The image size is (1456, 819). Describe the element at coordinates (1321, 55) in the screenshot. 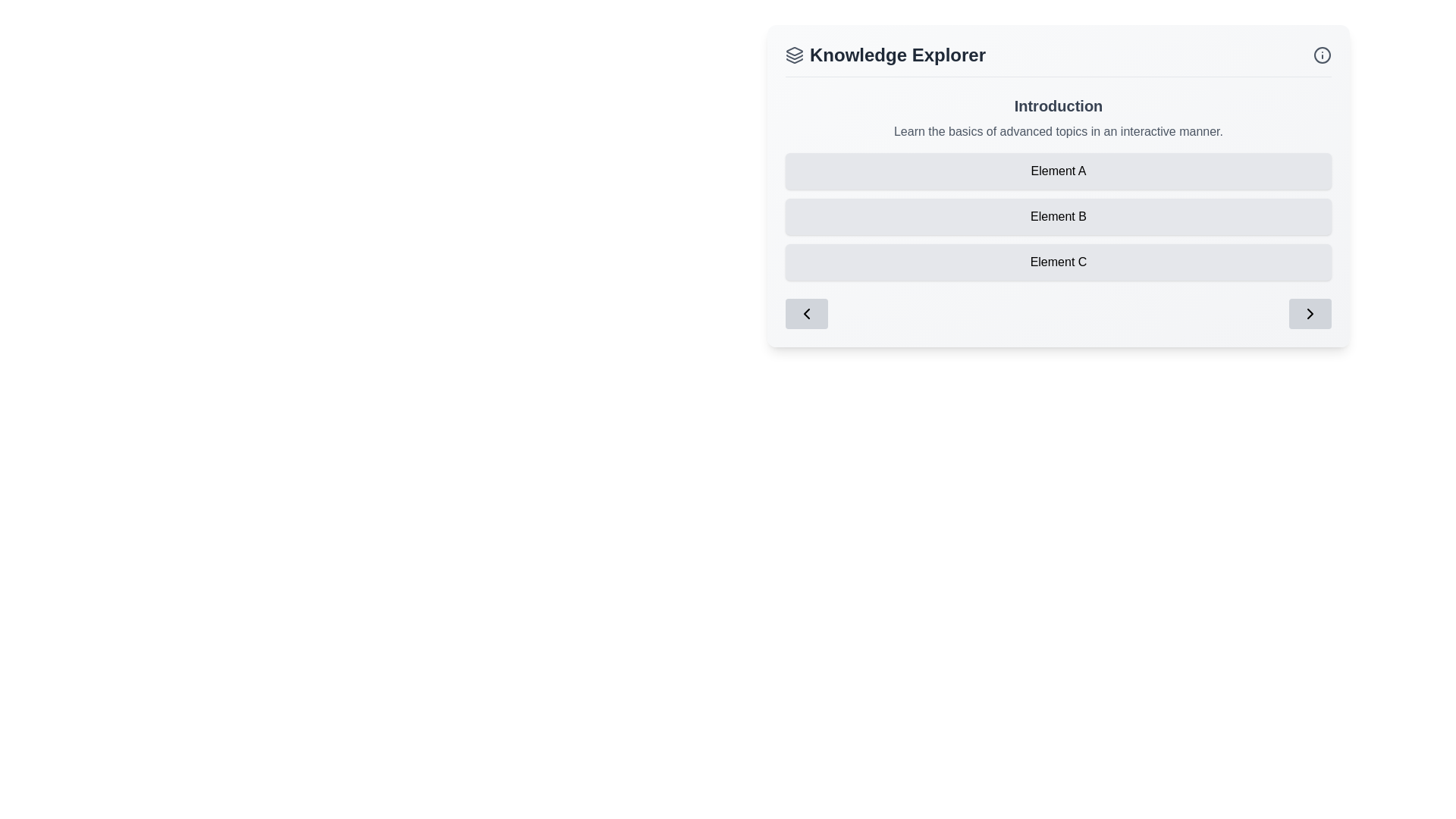

I see `the circular element that serves as the backdrop for the informational symbol in the SVG graphic, located at the top-right corner of the interface, just leftward of the 'Knowledge Explorer' header` at that location.